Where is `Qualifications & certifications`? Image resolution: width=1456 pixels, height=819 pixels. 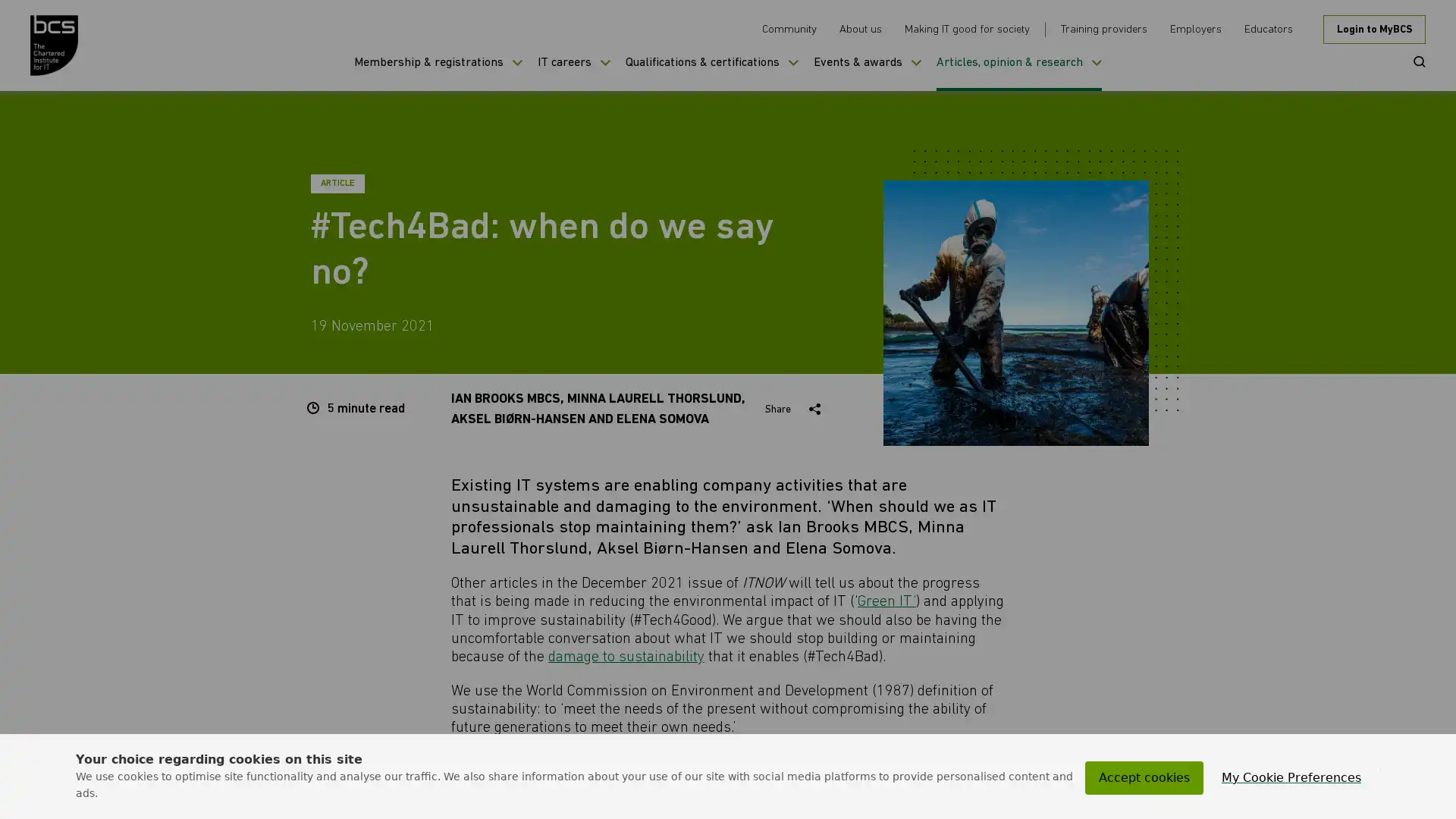
Qualifications & certifications is located at coordinates (711, 73).